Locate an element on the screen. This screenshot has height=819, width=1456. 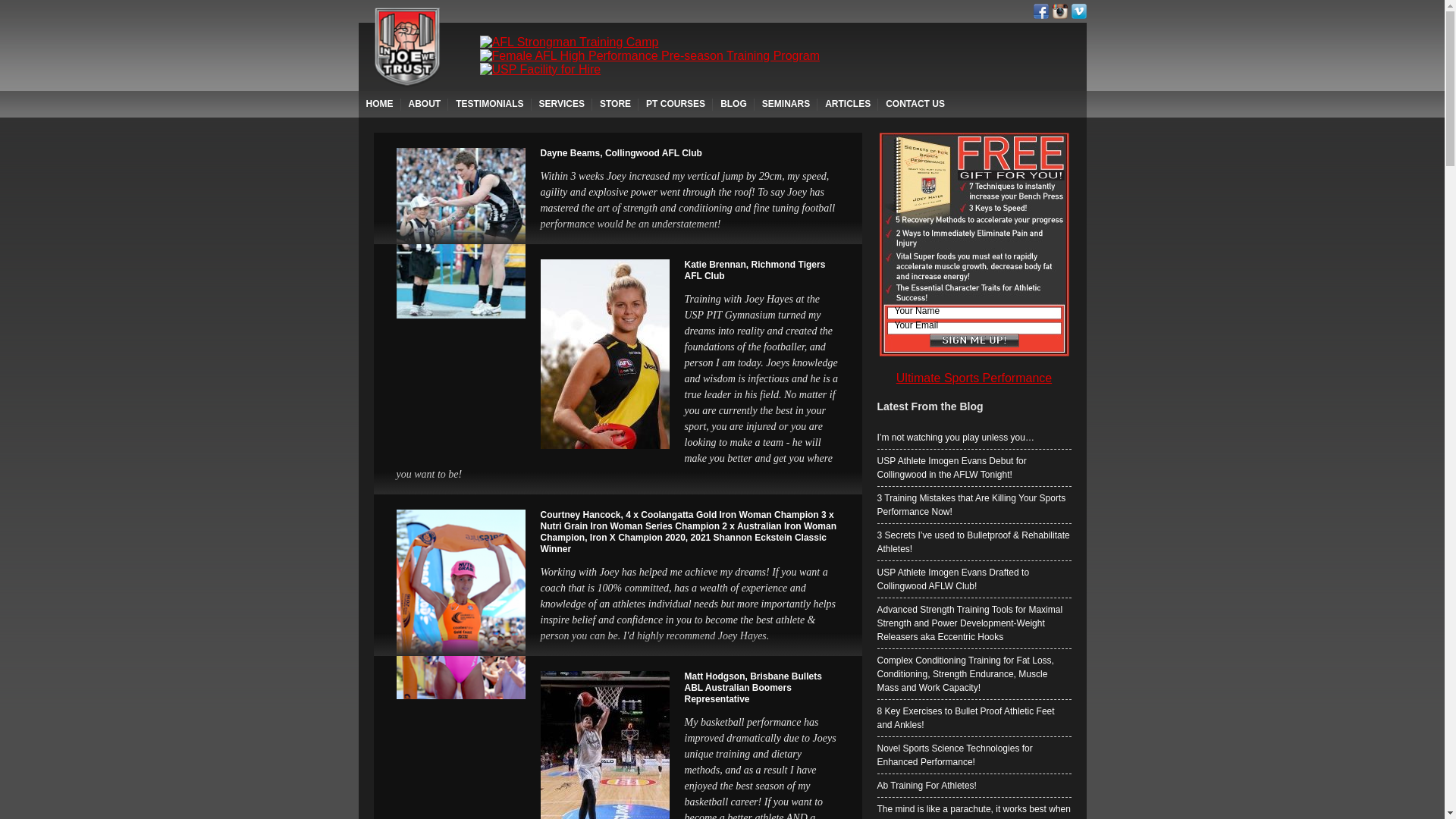
'CONTACT US' is located at coordinates (877, 103).